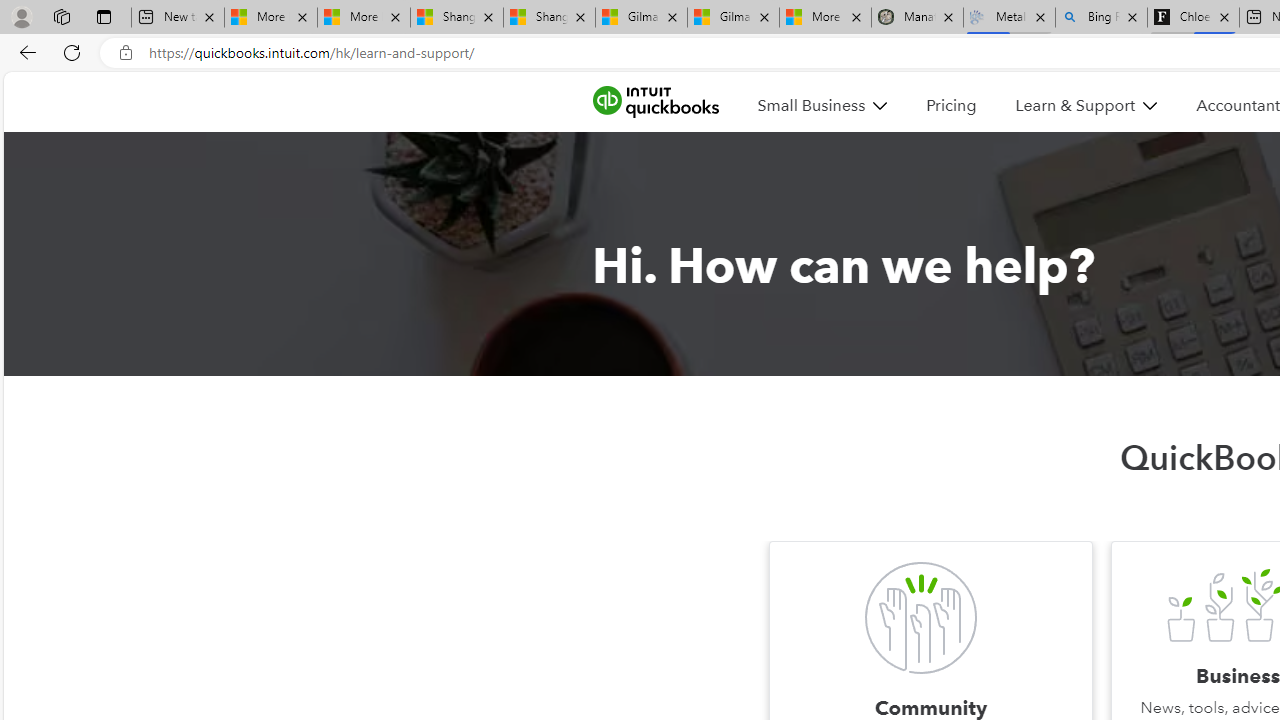 Image resolution: width=1280 pixels, height=720 pixels. What do you see at coordinates (1100, 17) in the screenshot?
I see `'Bing Real Estate - Home sales and rental listings'` at bounding box center [1100, 17].